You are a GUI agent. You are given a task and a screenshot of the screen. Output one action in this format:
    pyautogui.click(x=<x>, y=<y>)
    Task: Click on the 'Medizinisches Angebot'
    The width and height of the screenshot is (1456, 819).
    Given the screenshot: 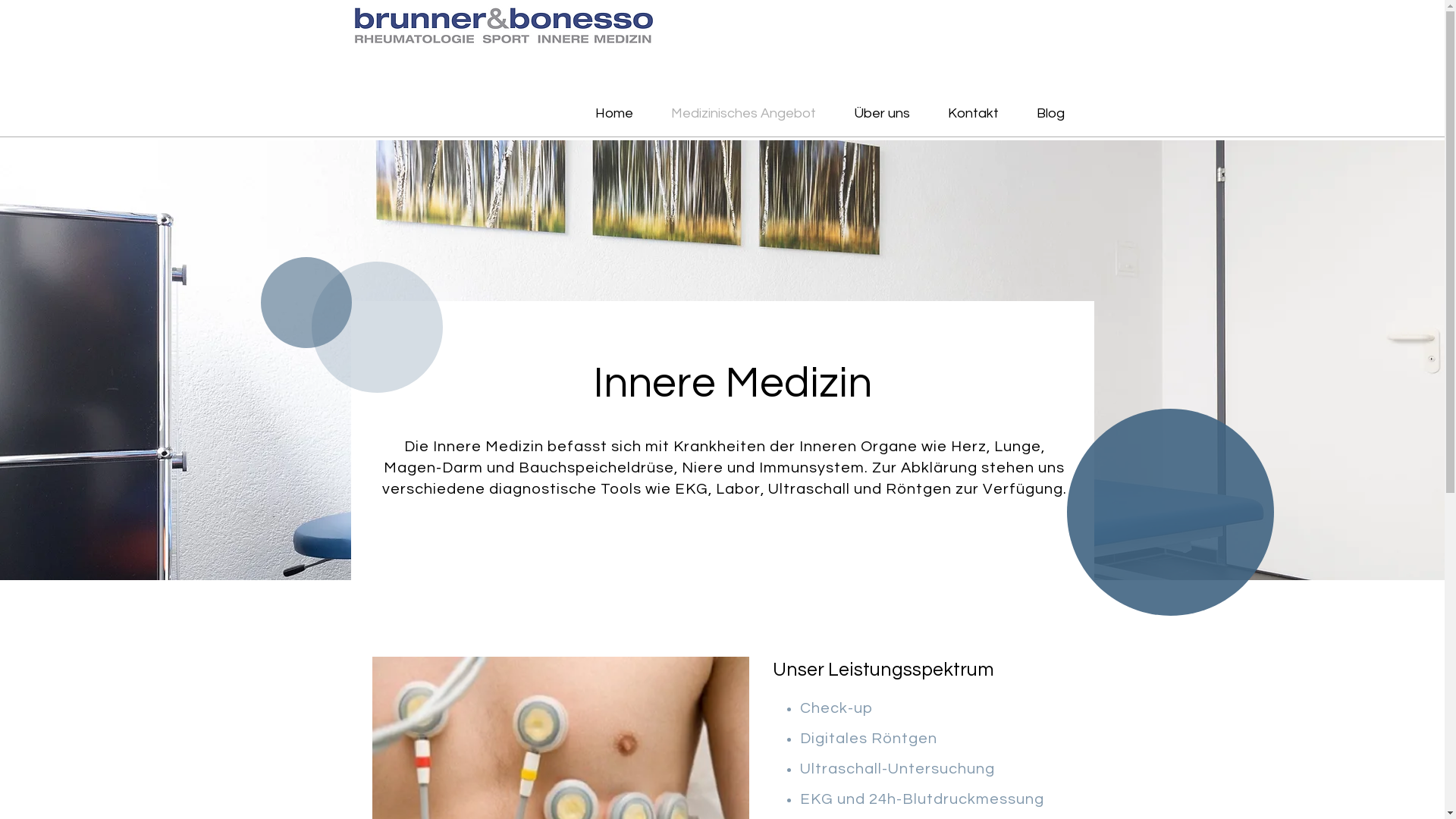 What is the action you would take?
    pyautogui.click(x=743, y=112)
    